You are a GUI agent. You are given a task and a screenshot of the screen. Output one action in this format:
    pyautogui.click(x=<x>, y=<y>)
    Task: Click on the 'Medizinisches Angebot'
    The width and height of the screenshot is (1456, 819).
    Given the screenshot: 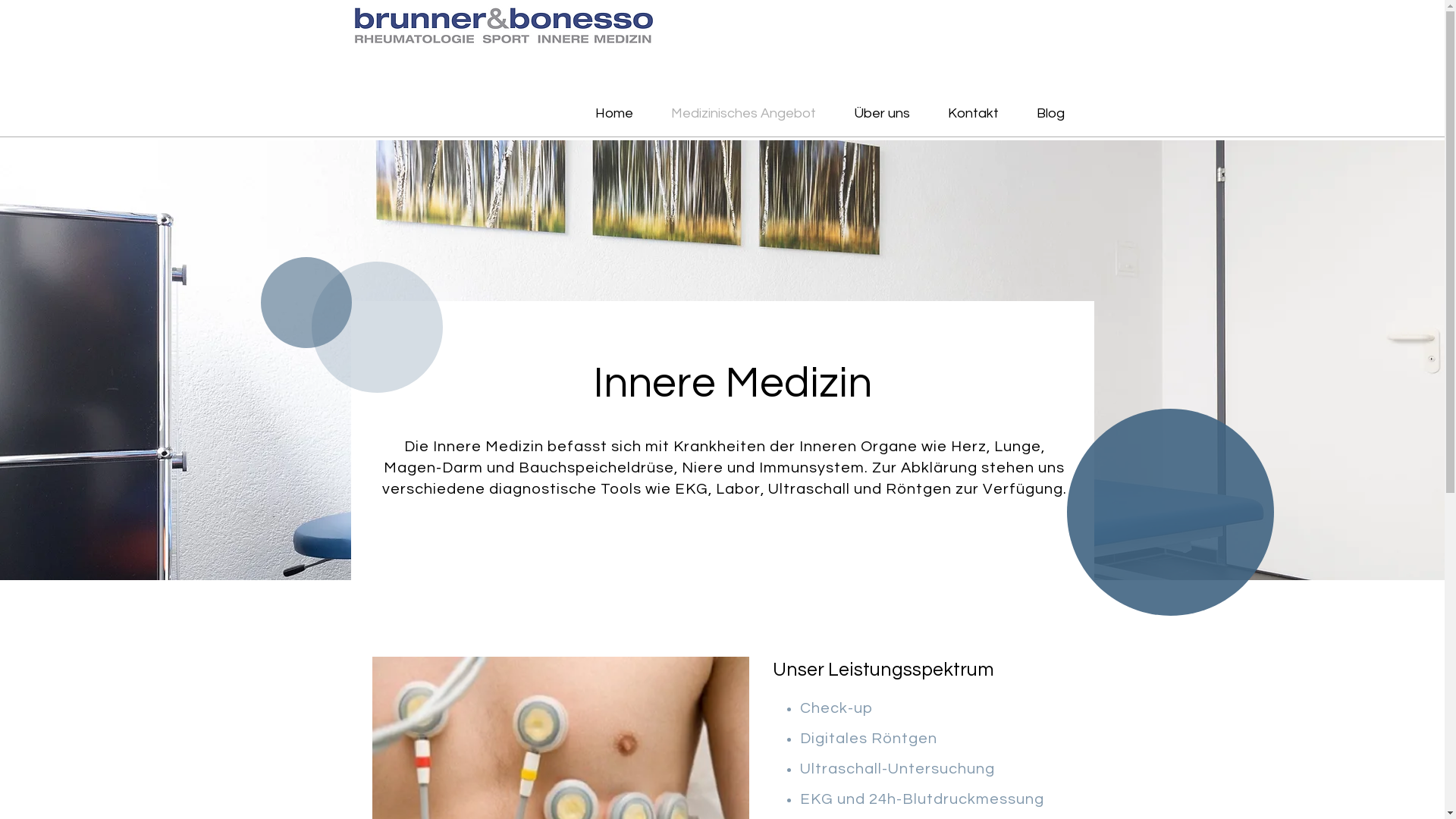 What is the action you would take?
    pyautogui.click(x=743, y=112)
    